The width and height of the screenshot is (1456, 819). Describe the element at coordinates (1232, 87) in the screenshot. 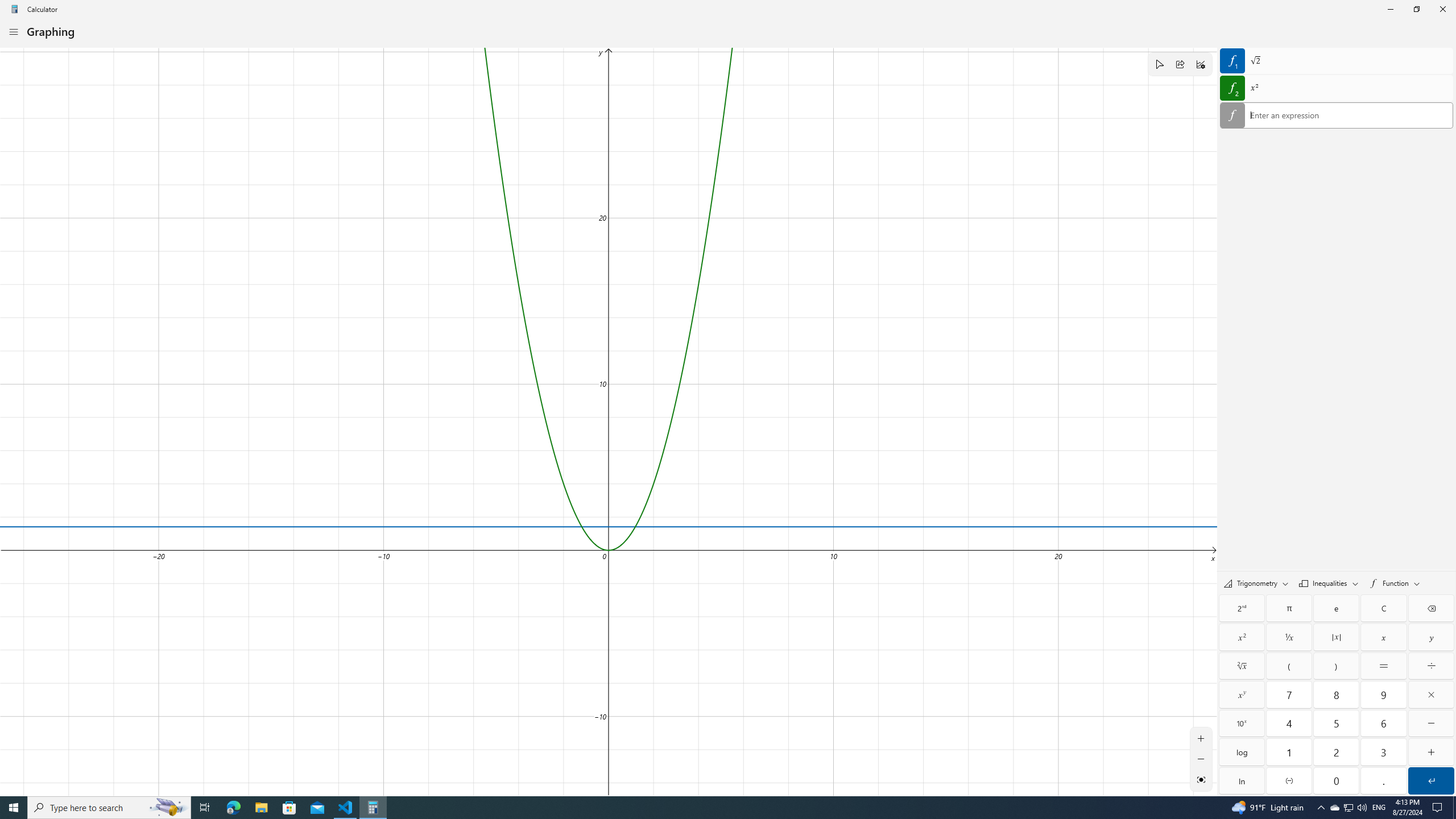

I see `'Hide equation 2'` at that location.